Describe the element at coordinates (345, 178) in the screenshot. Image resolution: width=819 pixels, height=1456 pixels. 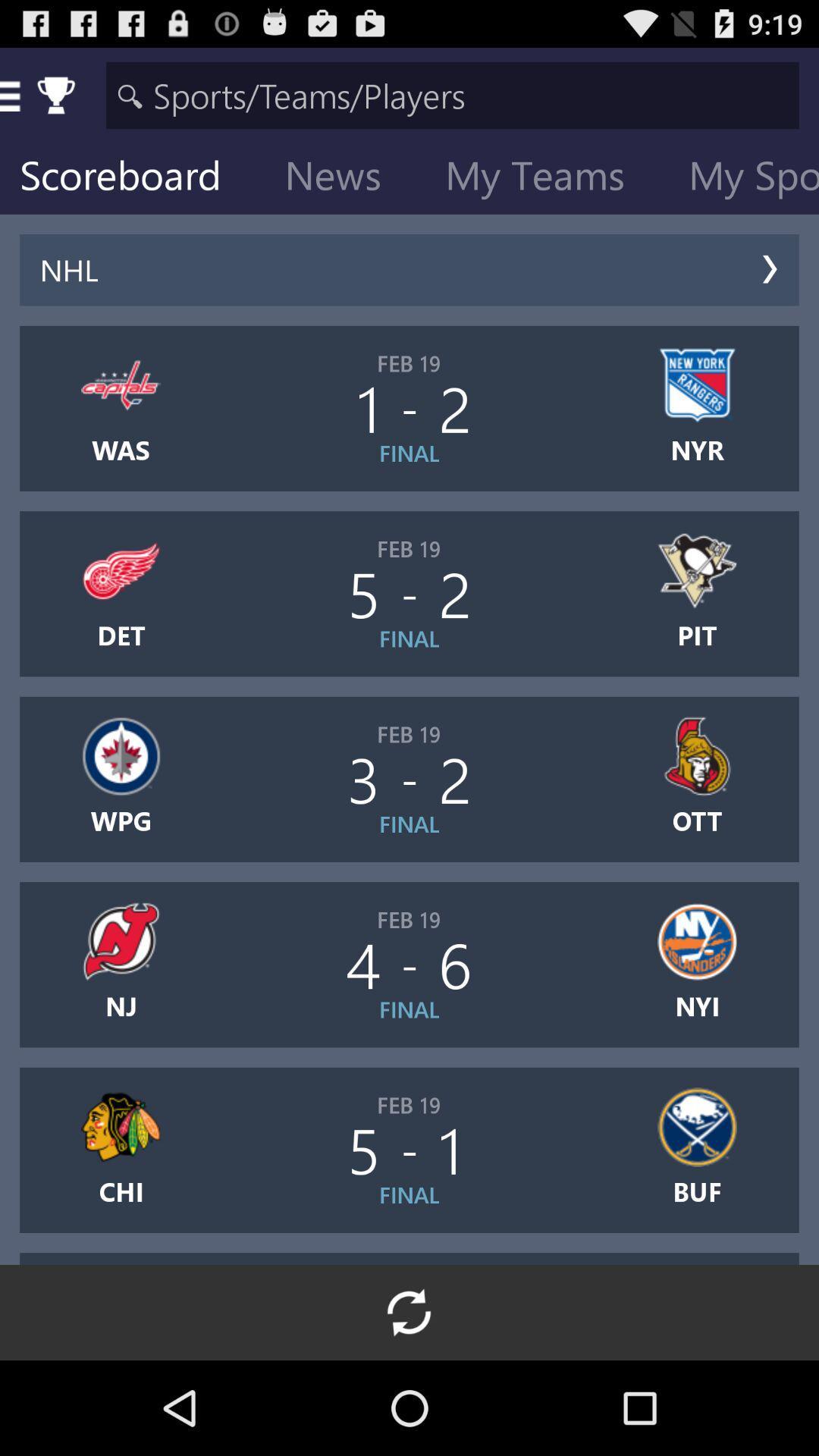
I see `the icon next to the scoreboard icon` at that location.